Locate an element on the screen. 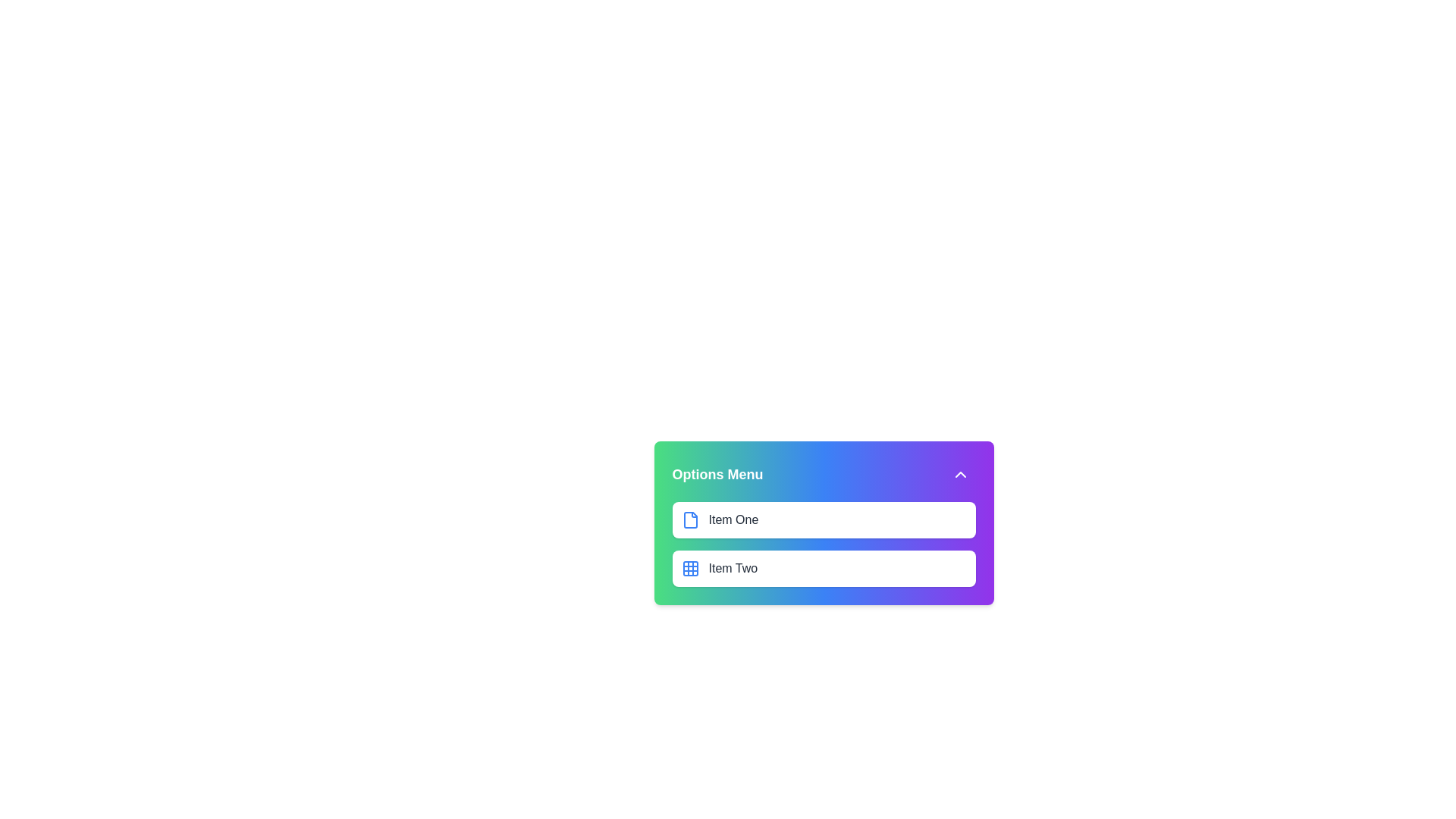  the blue file icon located to the left of 'Item One' in the vertically stacked menu list is located at coordinates (689, 519).